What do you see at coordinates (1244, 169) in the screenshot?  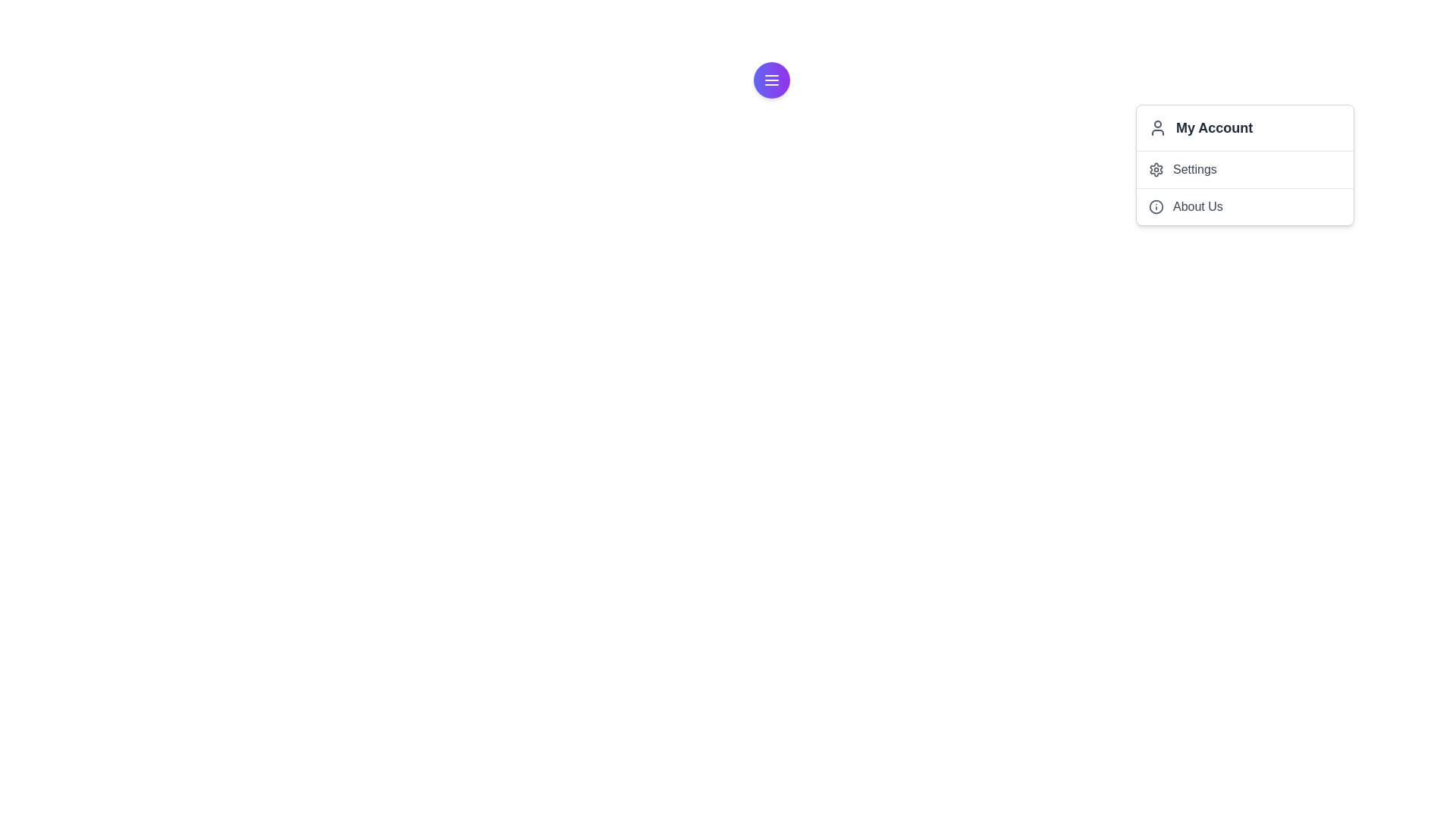 I see `the 'Settings' menu item in the dropdown menu under 'My Account'` at bounding box center [1244, 169].